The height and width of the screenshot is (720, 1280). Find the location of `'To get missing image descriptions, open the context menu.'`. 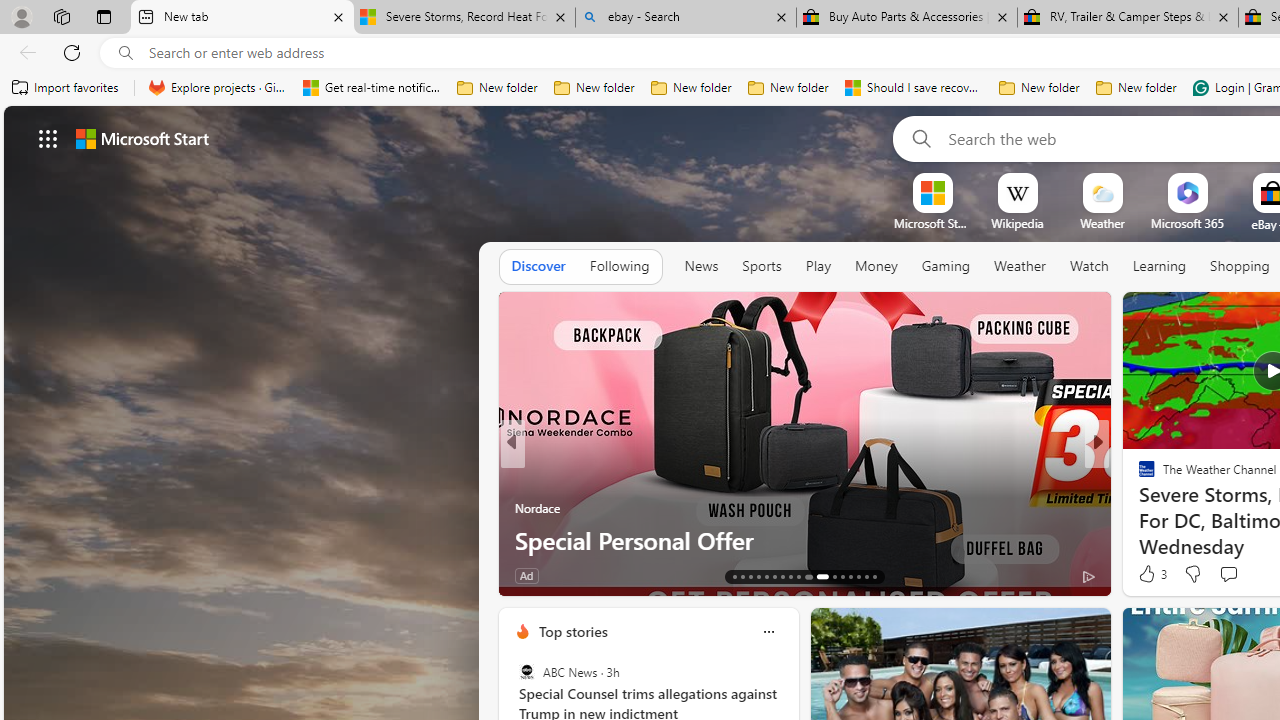

'To get missing image descriptions, open the context menu.' is located at coordinates (931, 192).